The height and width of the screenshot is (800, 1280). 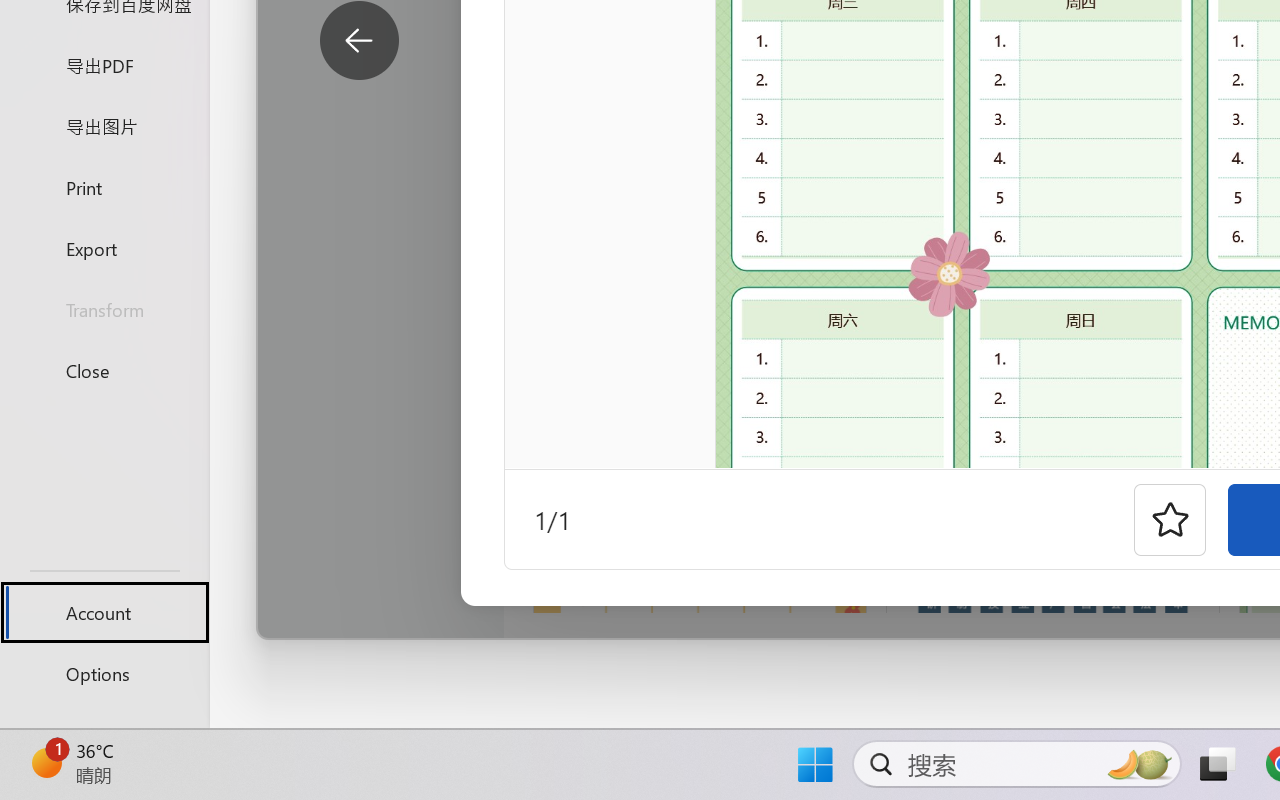 I want to click on 'Export', so click(x=103, y=247).